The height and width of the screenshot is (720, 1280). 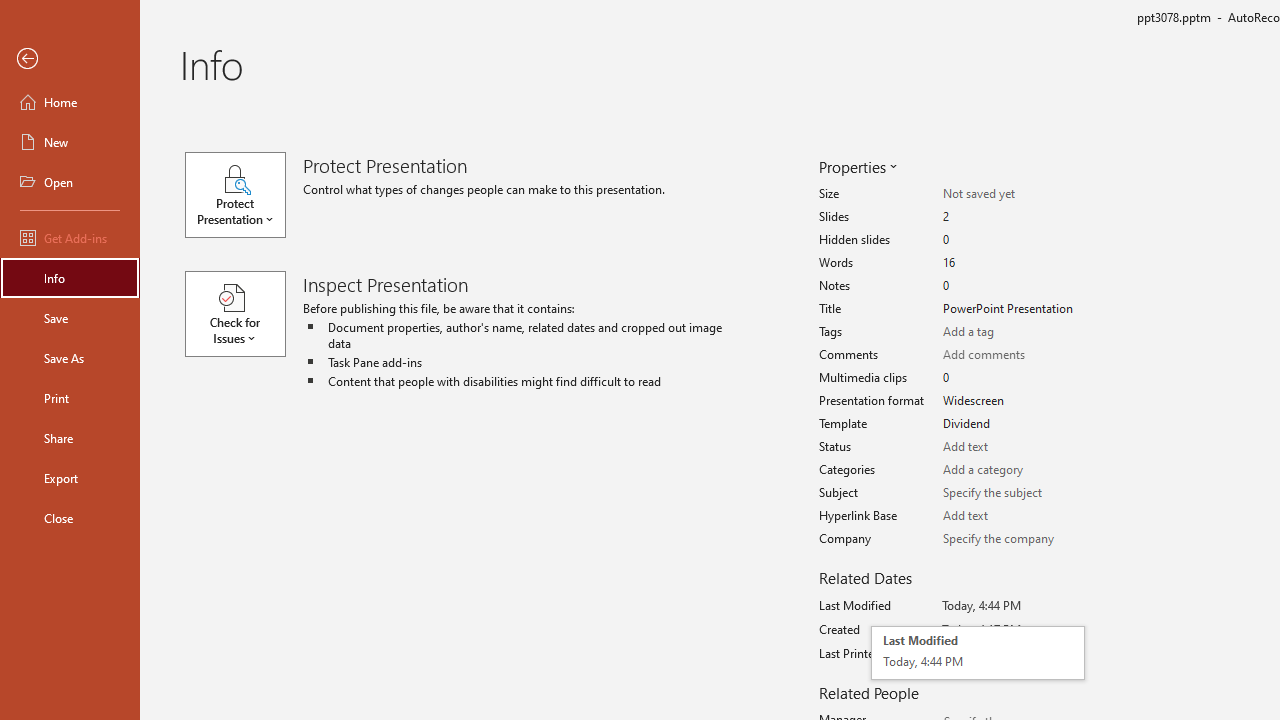 I want to click on 'Size', so click(x=1012, y=194).